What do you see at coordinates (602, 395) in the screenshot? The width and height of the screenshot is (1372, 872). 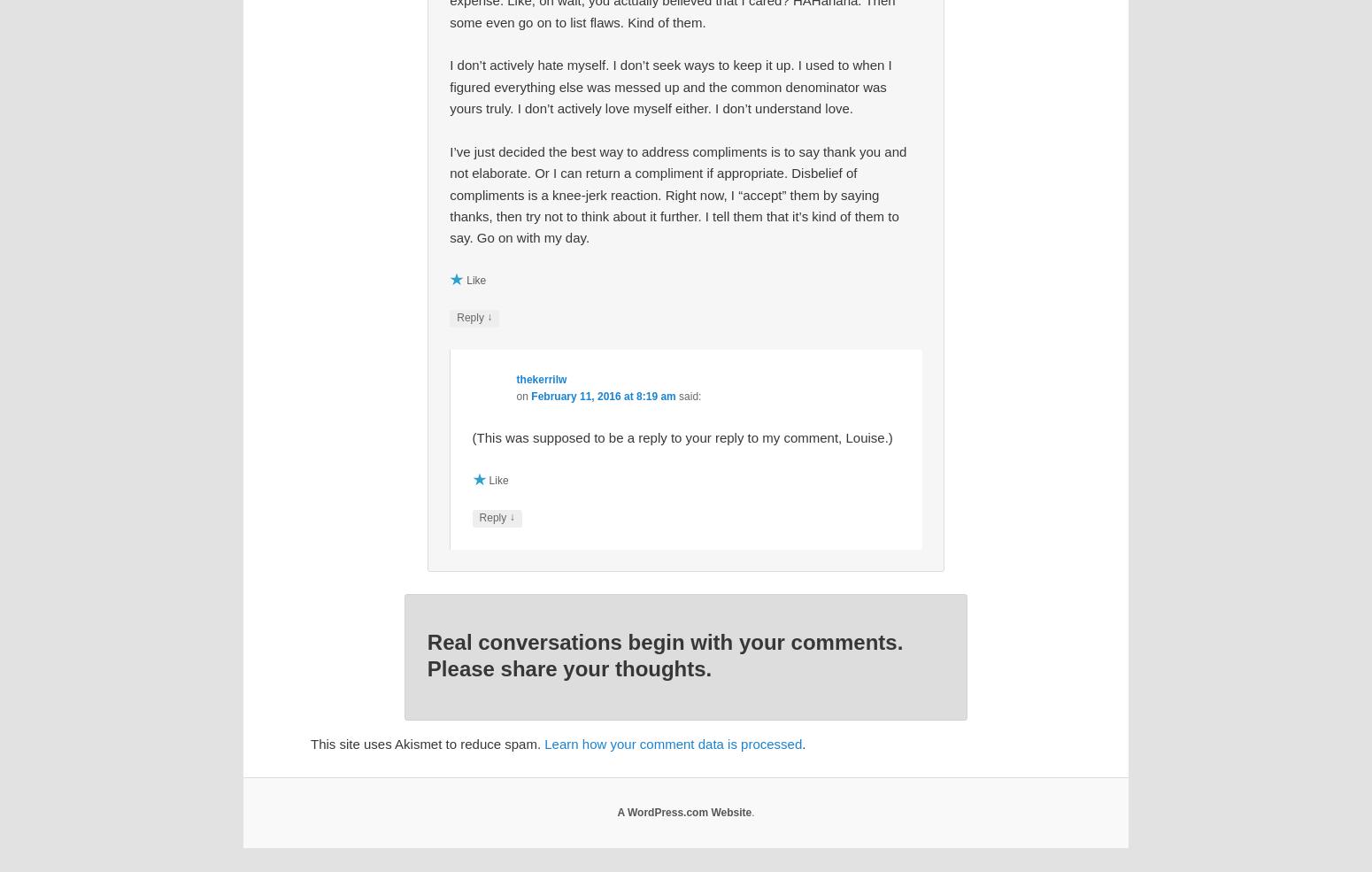 I see `'February 11, 2016 at 8:19 am'` at bounding box center [602, 395].